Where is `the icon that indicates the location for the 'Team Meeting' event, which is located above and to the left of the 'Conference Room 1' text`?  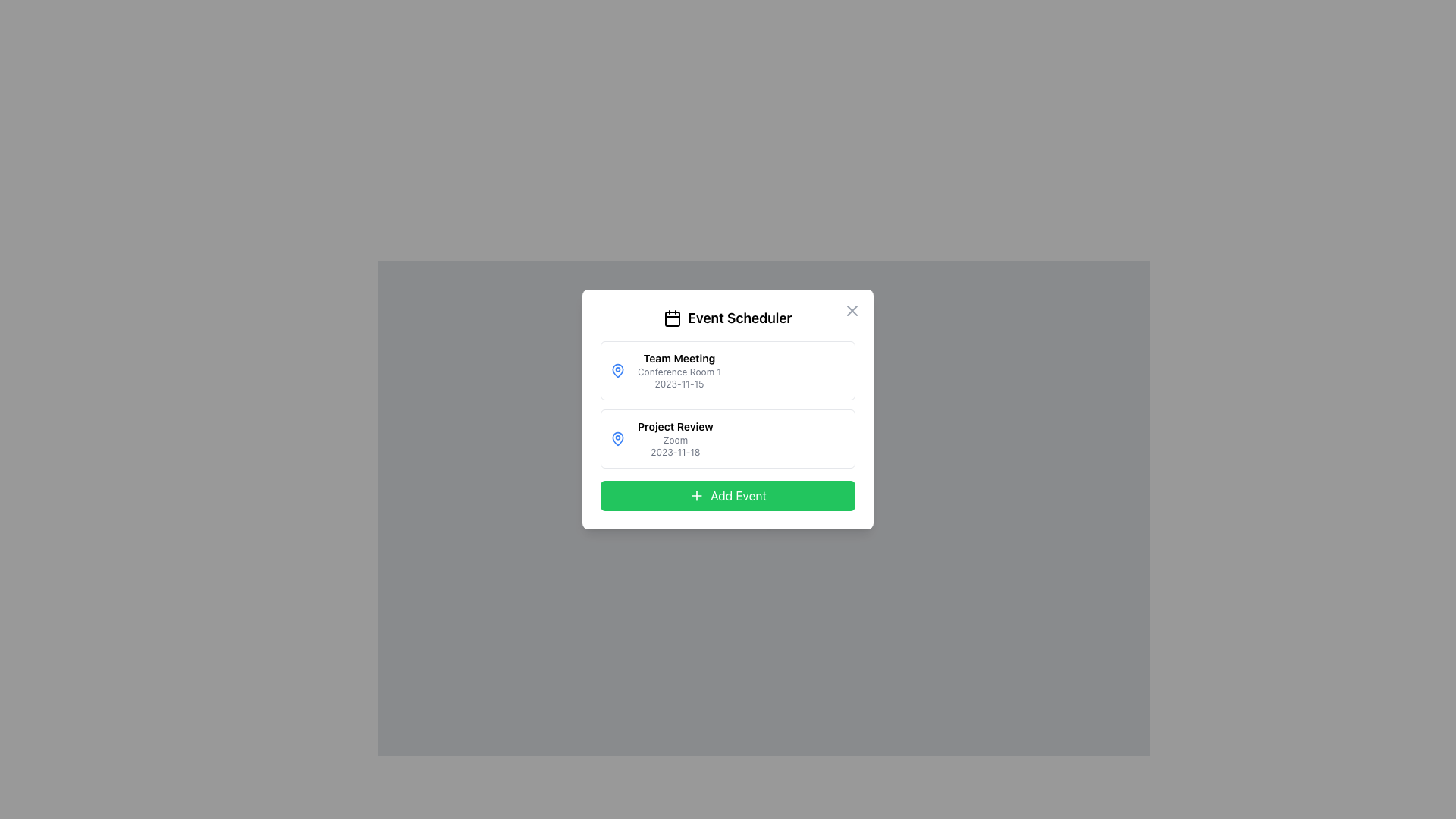 the icon that indicates the location for the 'Team Meeting' event, which is located above and to the left of the 'Conference Room 1' text is located at coordinates (618, 371).